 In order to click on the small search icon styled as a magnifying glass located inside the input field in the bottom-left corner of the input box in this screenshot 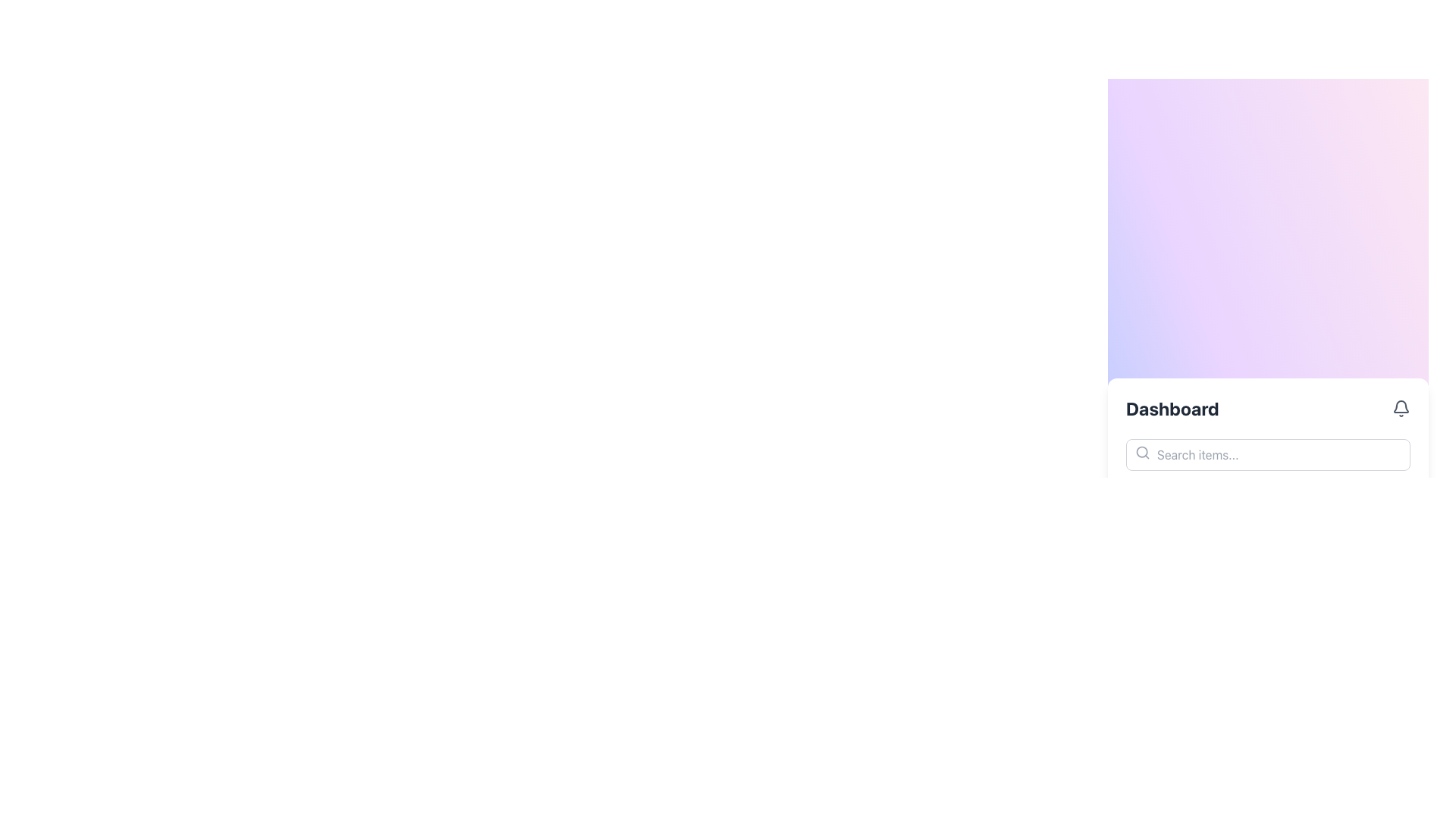, I will do `click(1143, 451)`.